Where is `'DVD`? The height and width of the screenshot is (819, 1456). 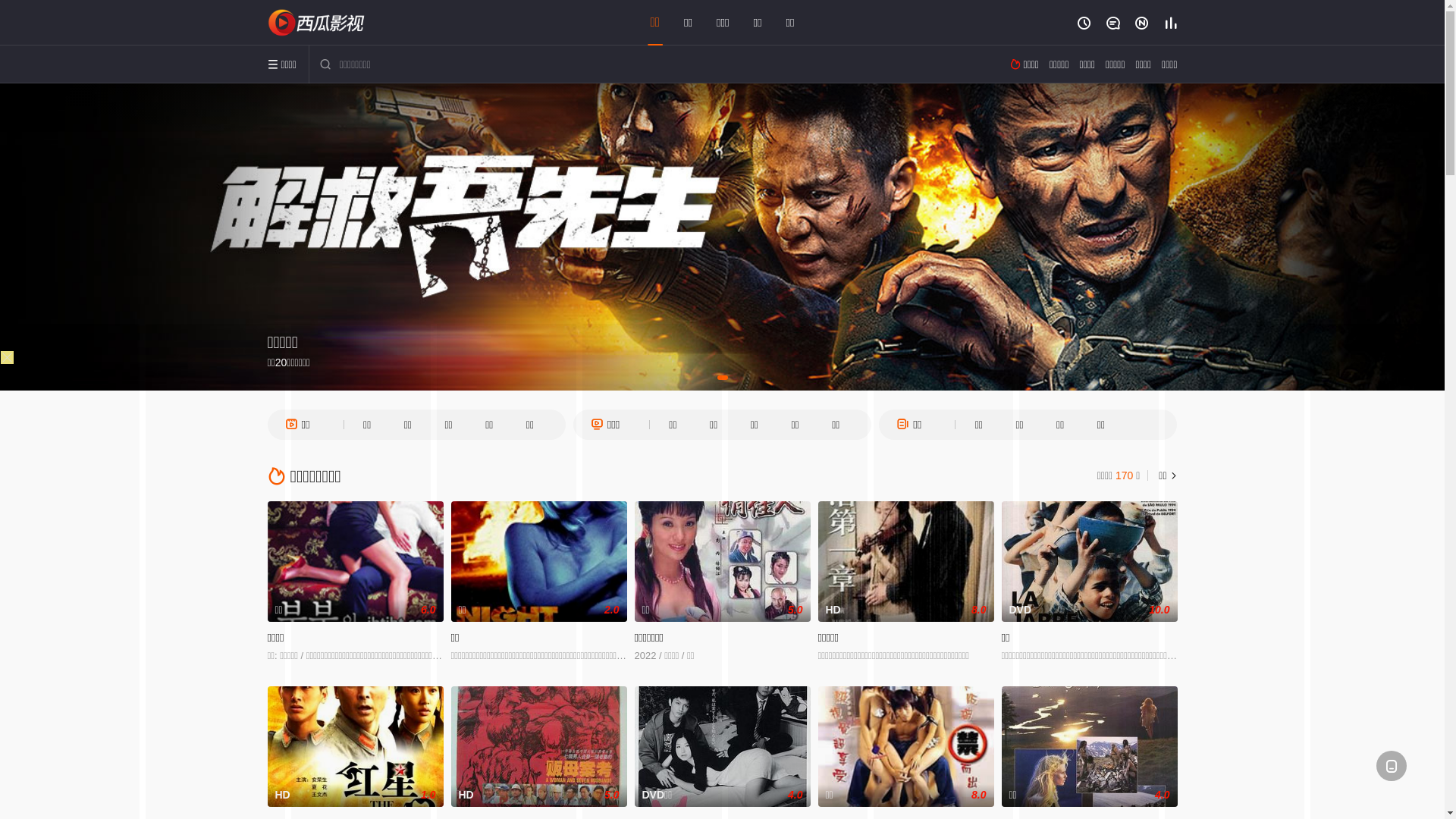 'DVD is located at coordinates (1087, 561).